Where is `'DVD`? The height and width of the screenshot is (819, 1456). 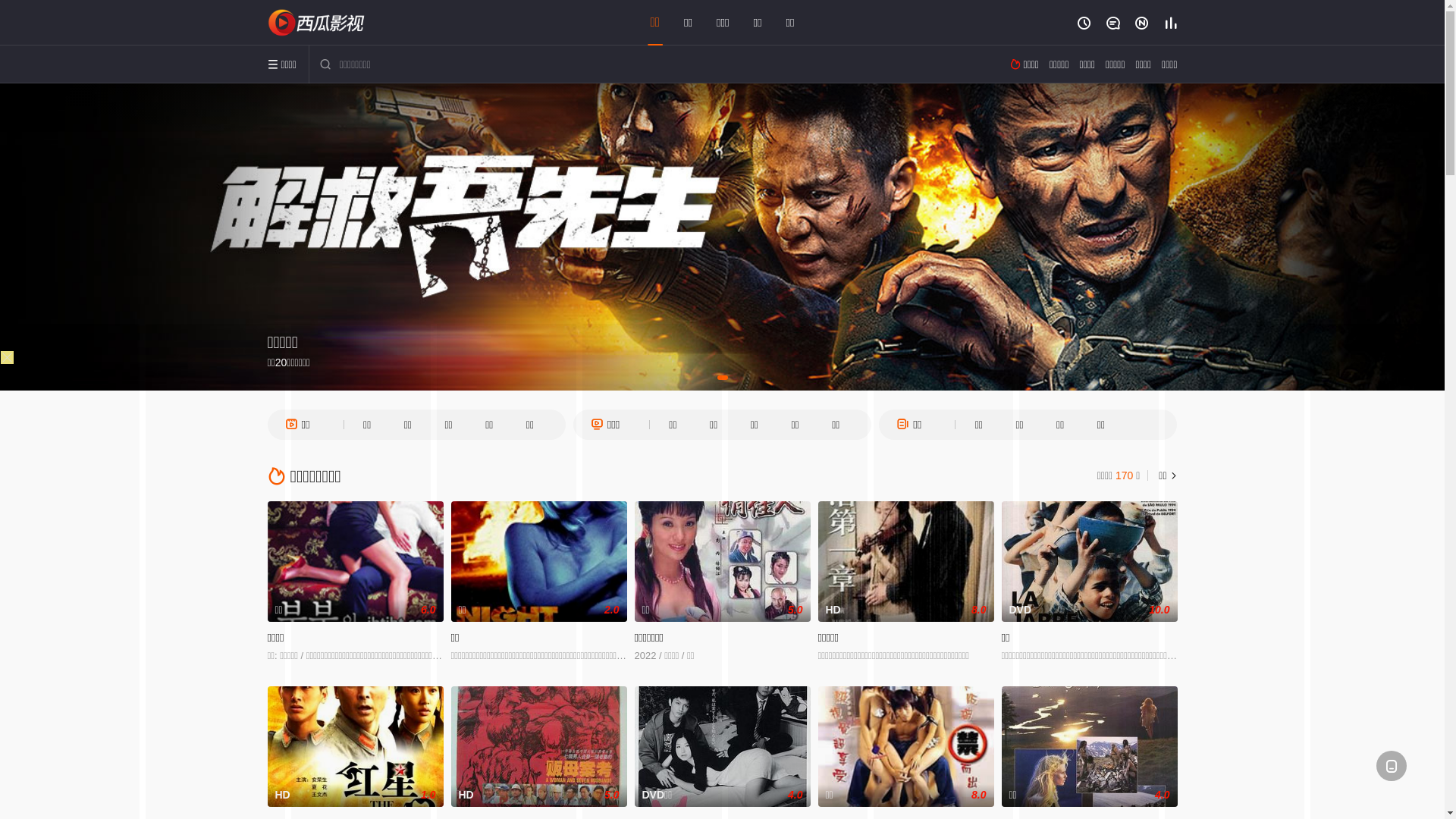 'DVD is located at coordinates (1087, 561).